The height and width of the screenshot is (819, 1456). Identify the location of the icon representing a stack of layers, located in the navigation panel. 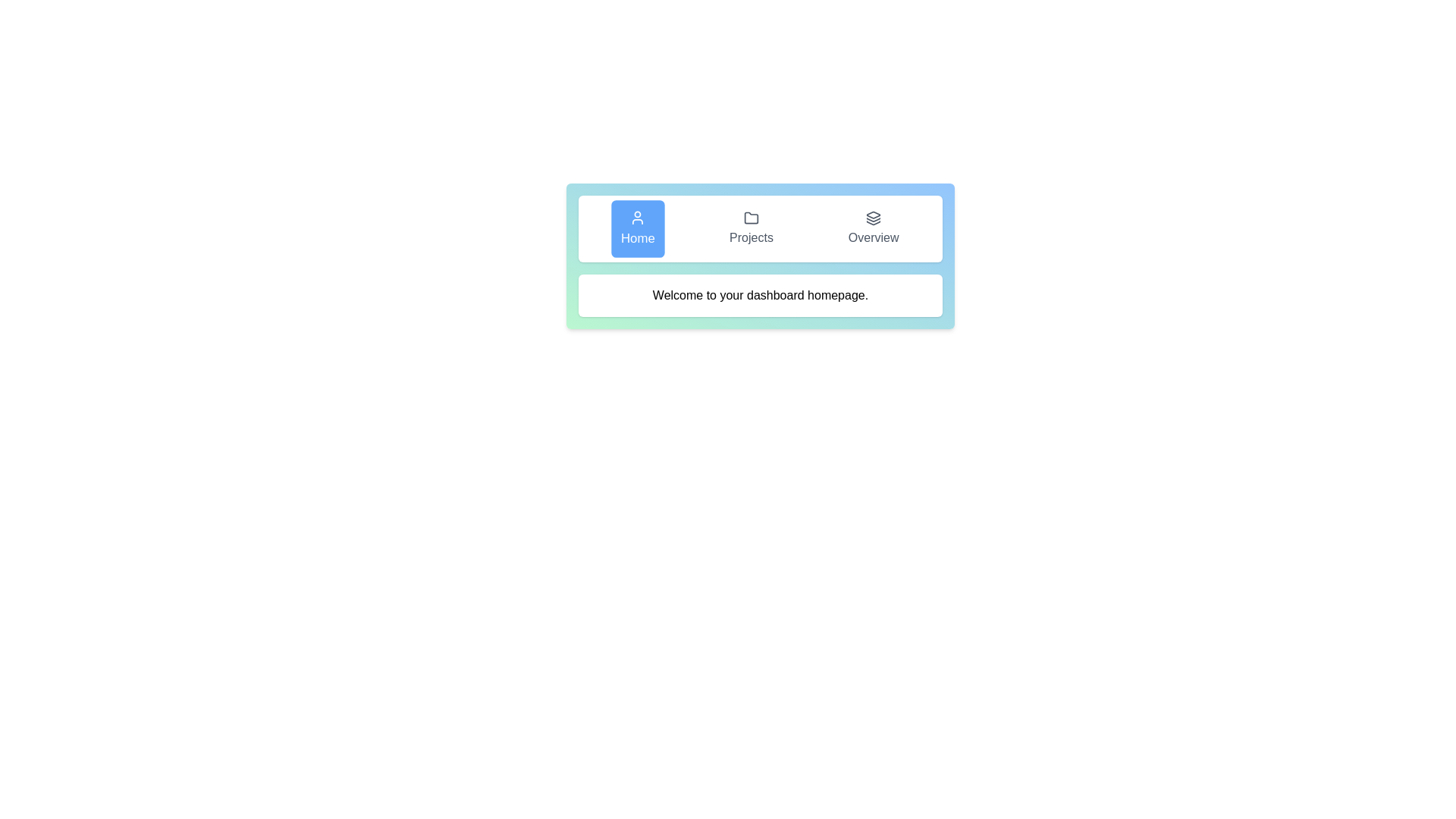
(874, 218).